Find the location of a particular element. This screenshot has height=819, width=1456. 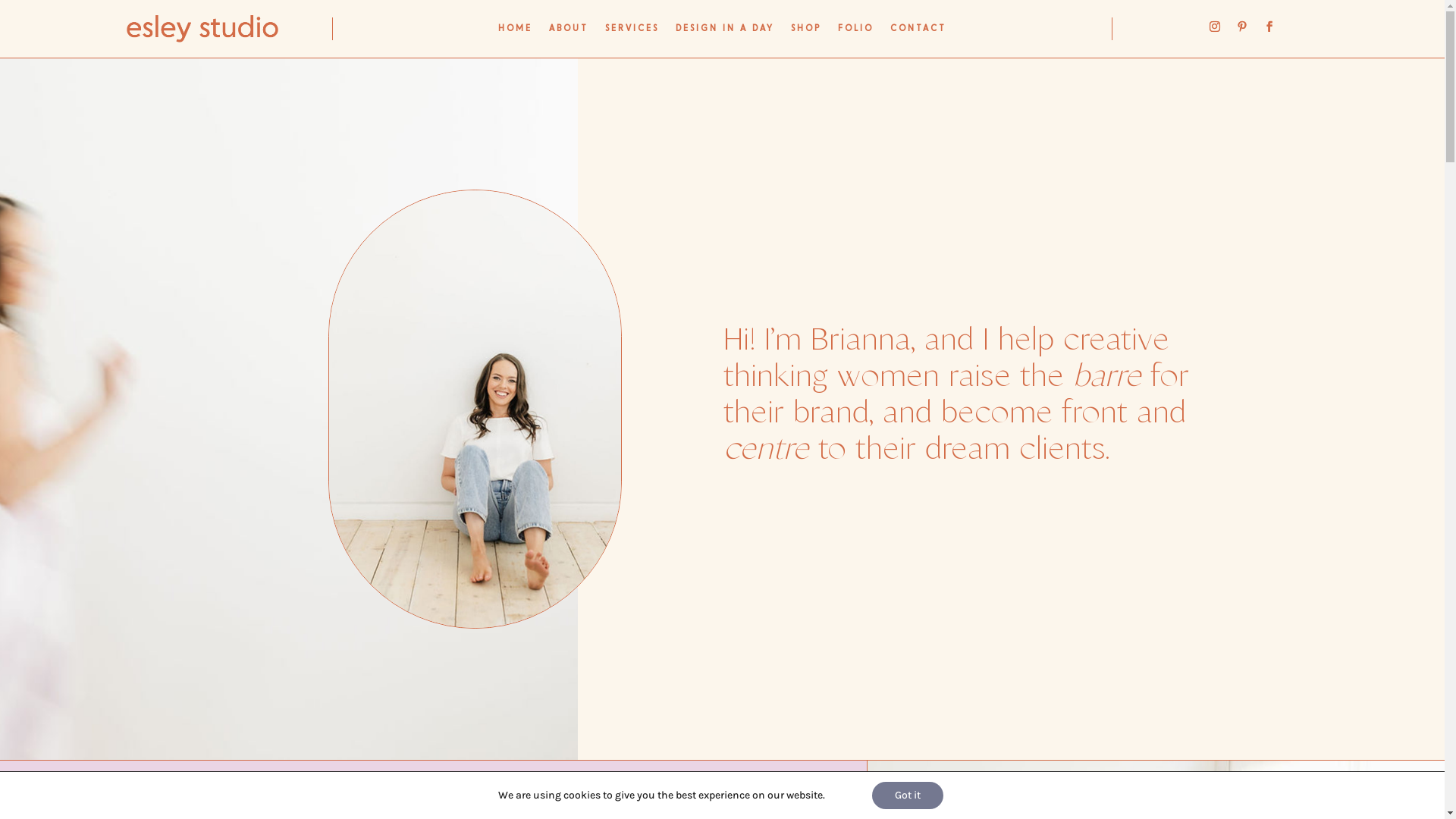

'DESIGN IN A DAY' is located at coordinates (723, 32).